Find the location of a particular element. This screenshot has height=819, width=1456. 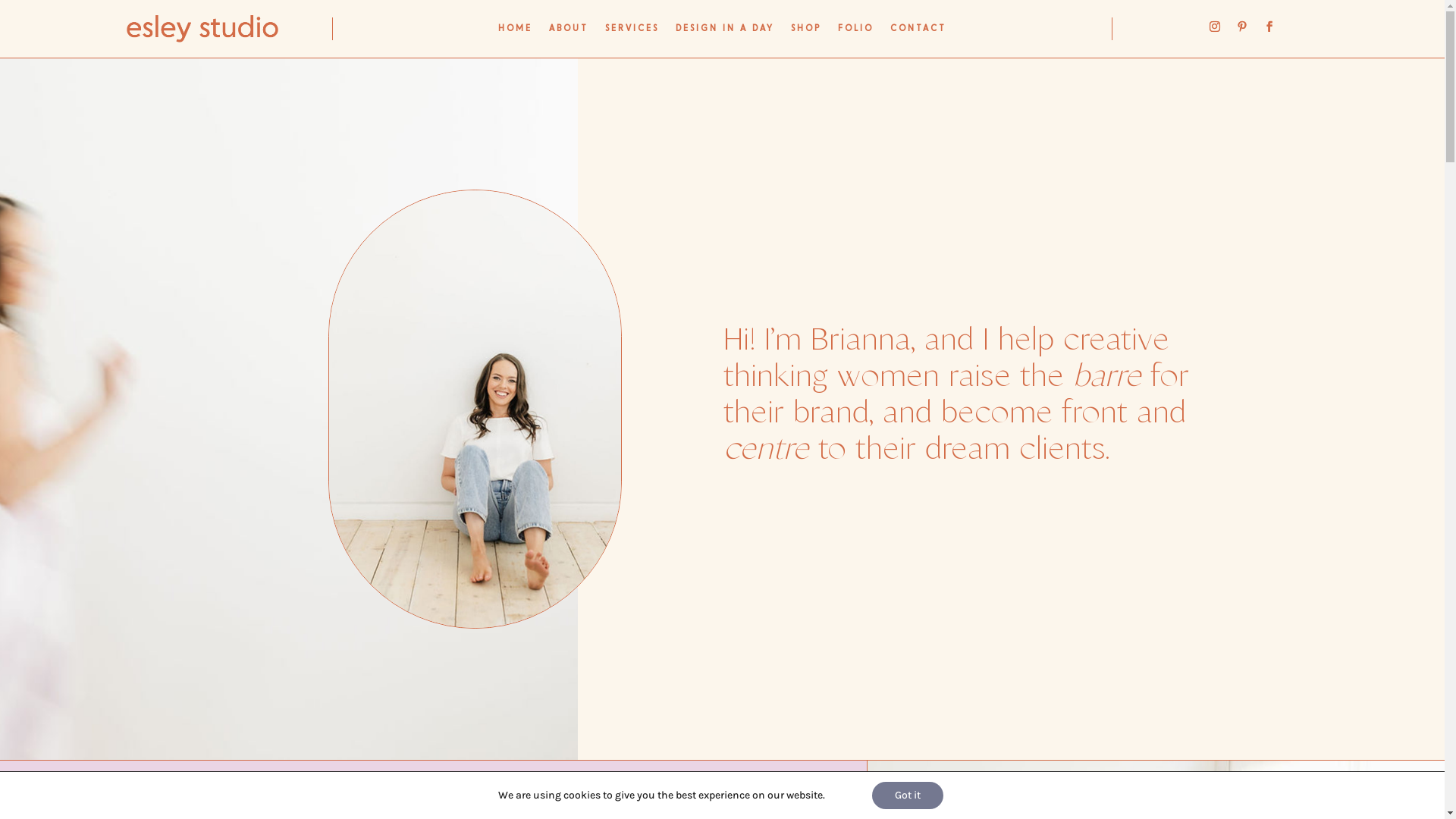

'DESIGN IN A DAY' is located at coordinates (723, 32).